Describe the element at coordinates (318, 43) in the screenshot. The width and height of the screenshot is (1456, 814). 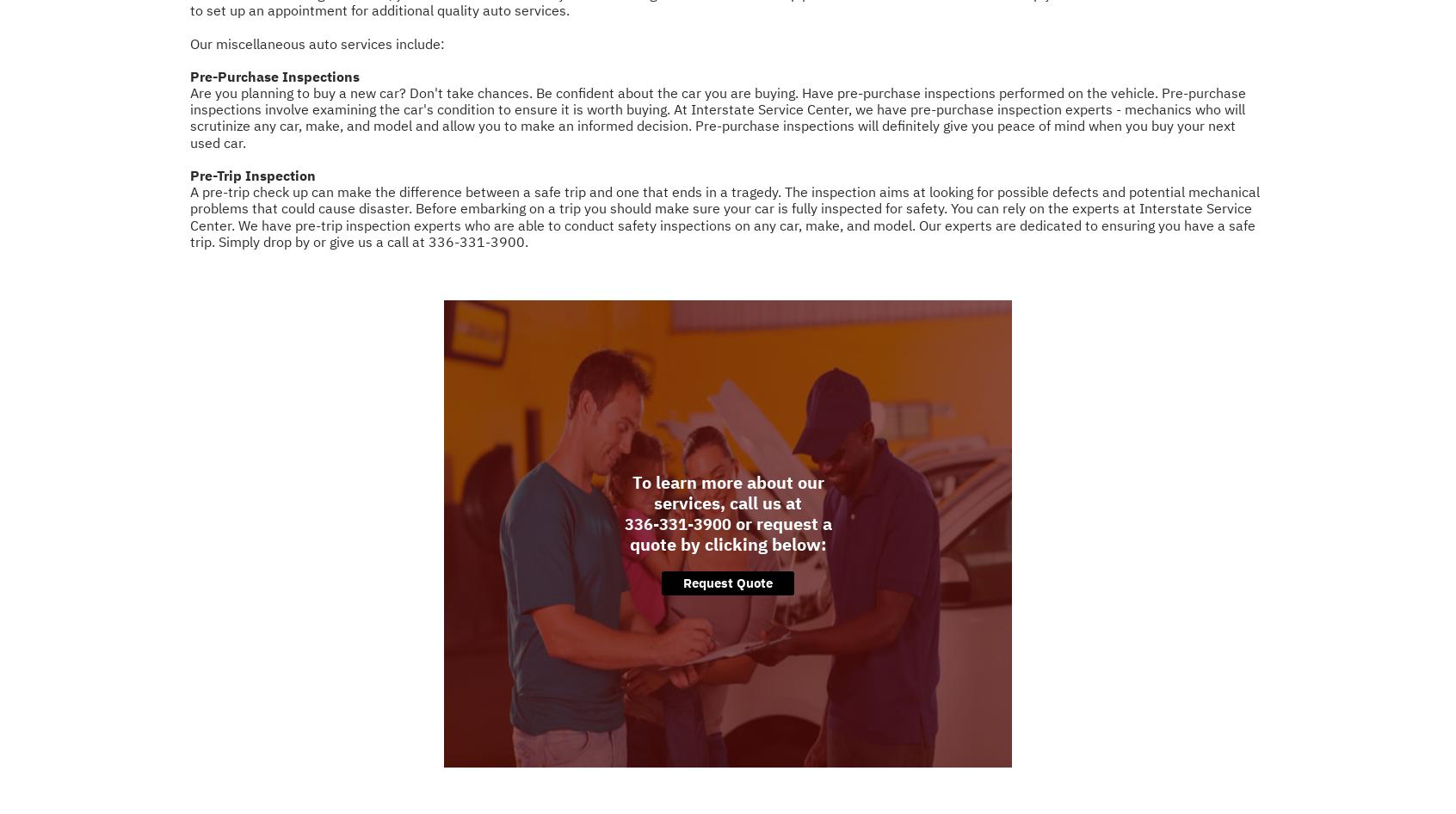
I see `'Our miscellaneous auto services include:'` at that location.